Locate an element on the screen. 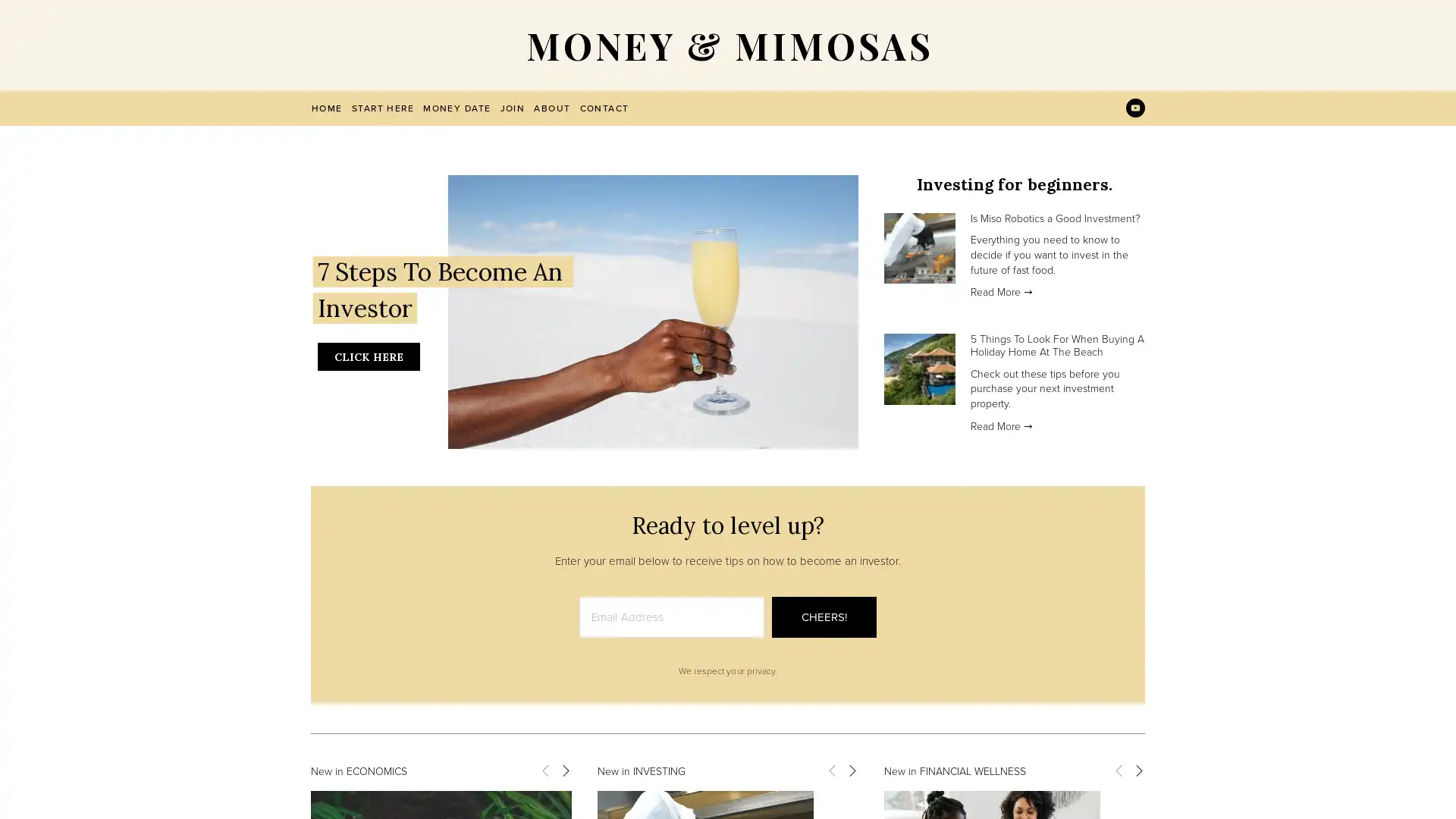 The height and width of the screenshot is (819, 1456). Yes, I love Money & Mimosas. is located at coordinates (870, 453).